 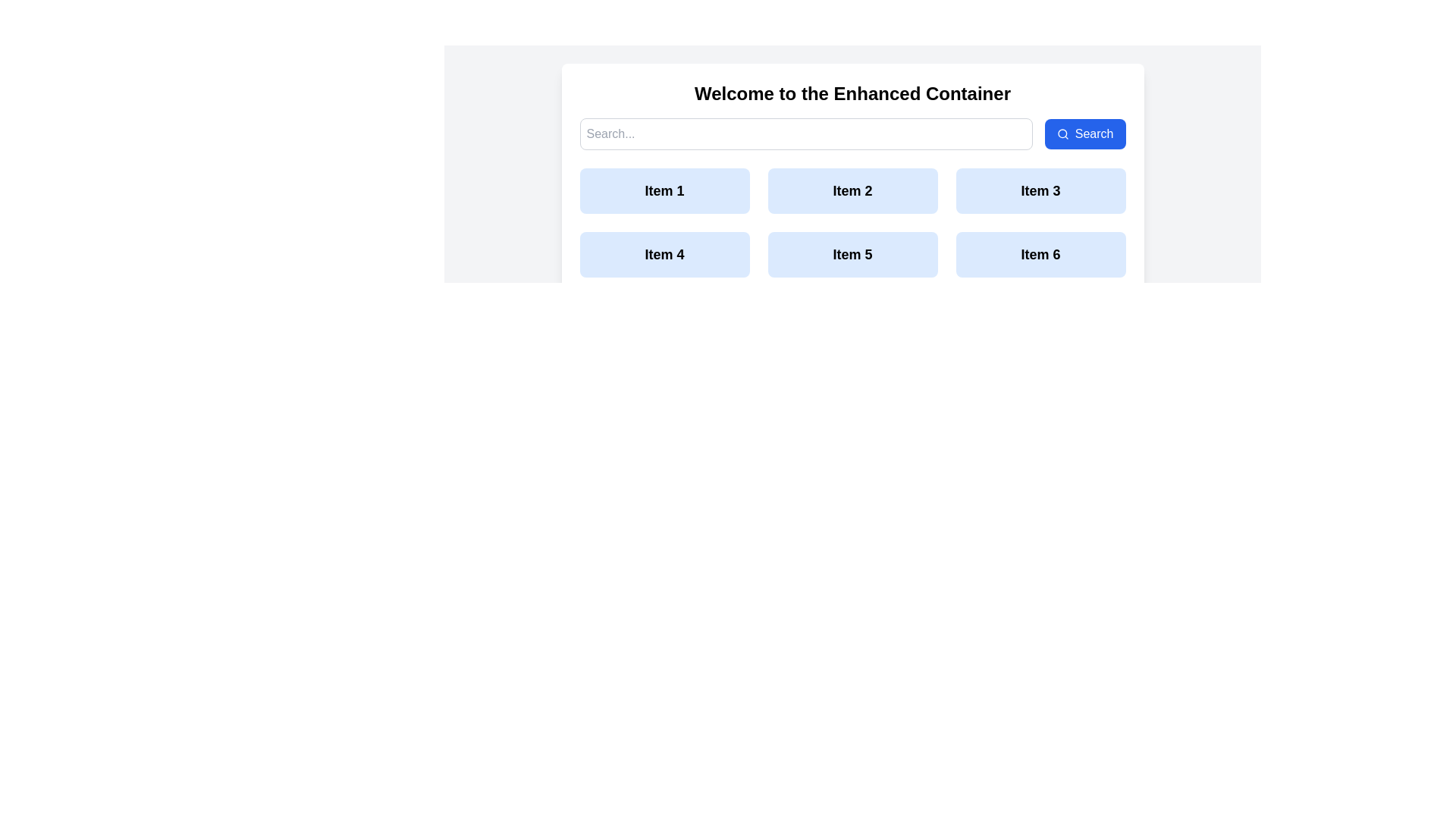 I want to click on the rectangular button with rounded corners and blue background that has 'Item 3' text to observe any visual feedback, so click(x=1040, y=190).